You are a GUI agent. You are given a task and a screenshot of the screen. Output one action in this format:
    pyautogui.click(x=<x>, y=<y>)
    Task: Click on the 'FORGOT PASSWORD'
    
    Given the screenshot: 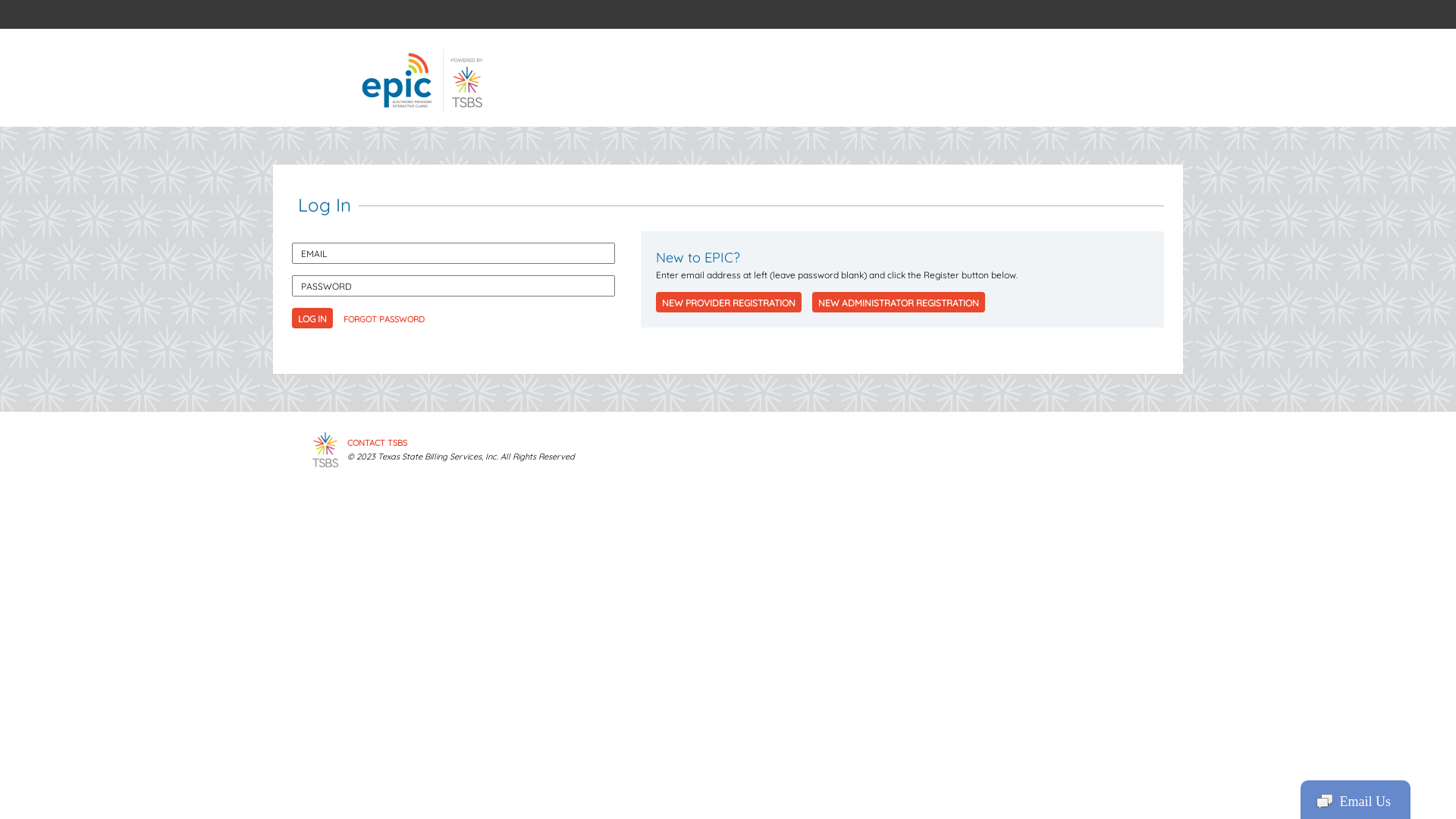 What is the action you would take?
    pyautogui.click(x=384, y=318)
    